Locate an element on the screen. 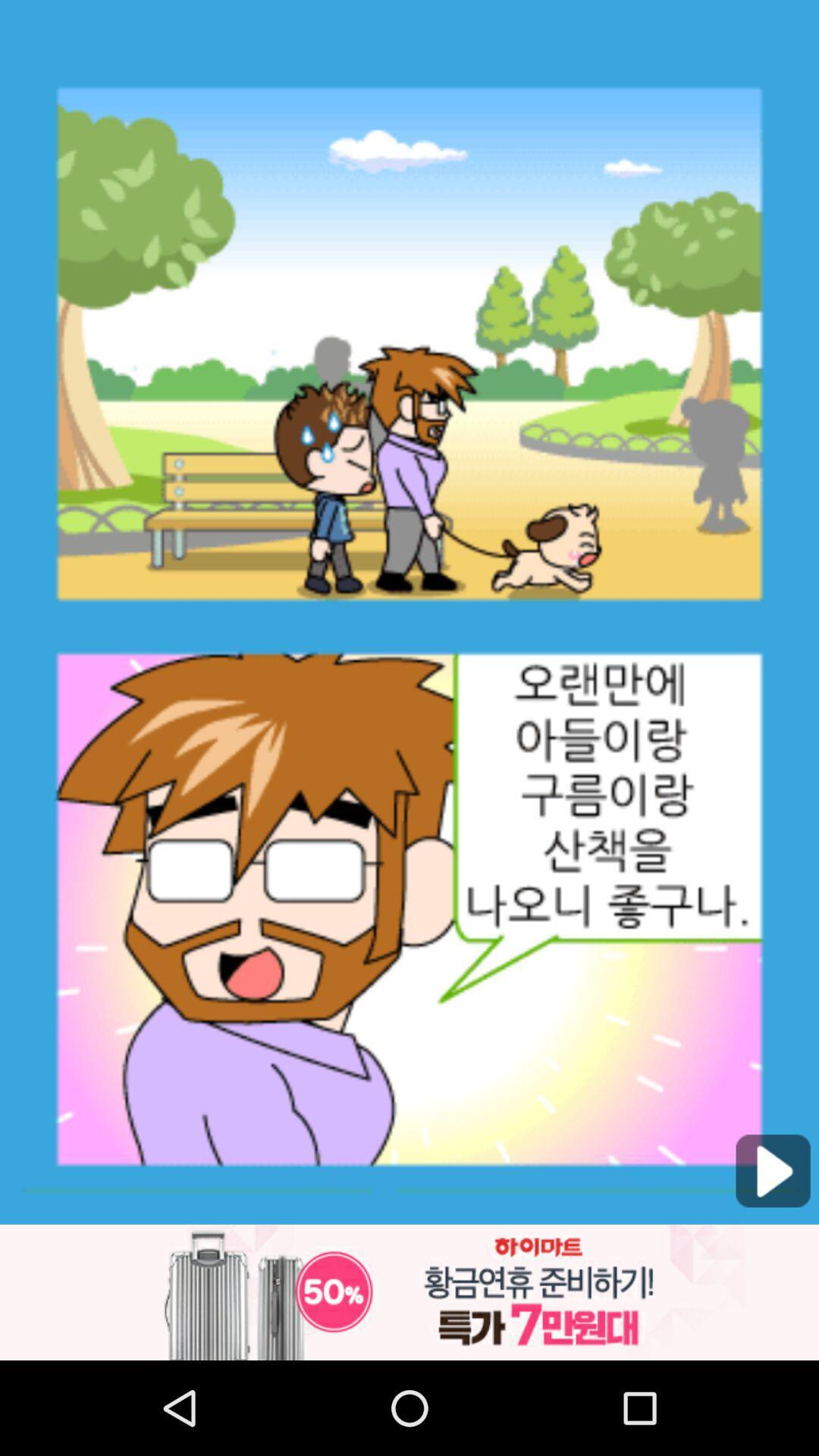 This screenshot has width=819, height=1456. article is located at coordinates (773, 1170).